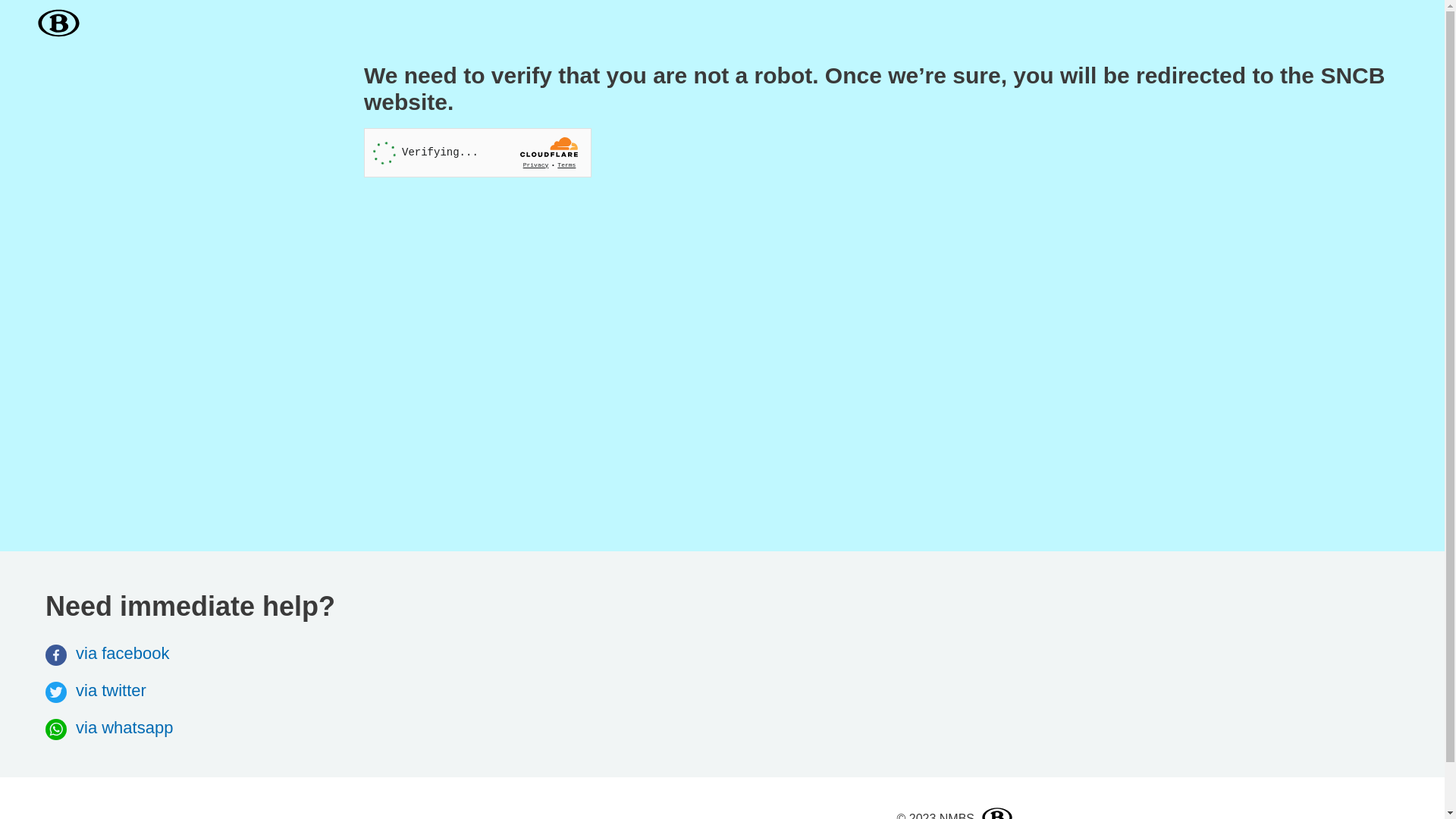 Image resolution: width=1456 pixels, height=819 pixels. I want to click on 'via facebook', so click(107, 652).